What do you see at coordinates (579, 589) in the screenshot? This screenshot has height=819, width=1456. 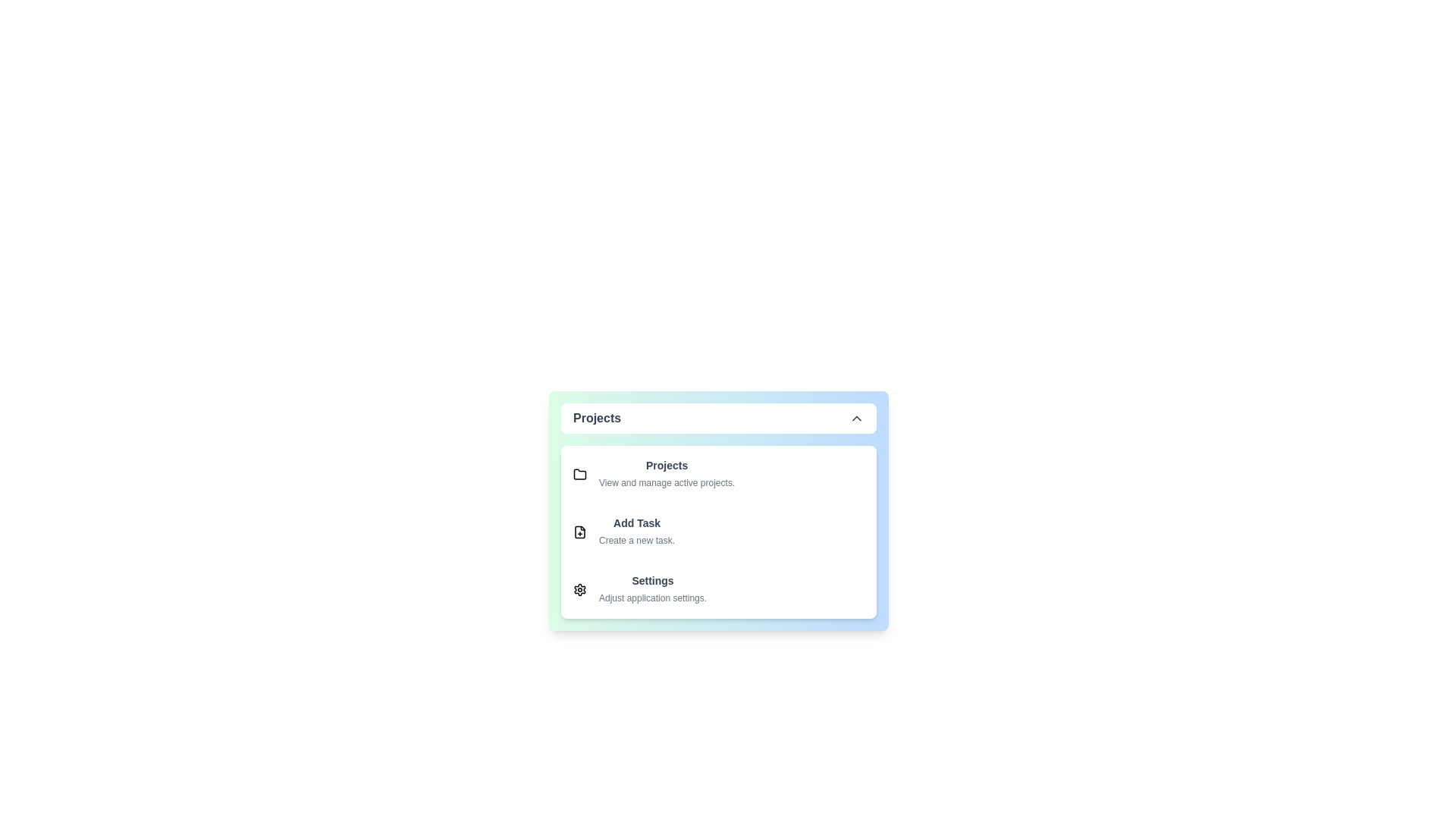 I see `the icon for Settings to interact with it` at bounding box center [579, 589].